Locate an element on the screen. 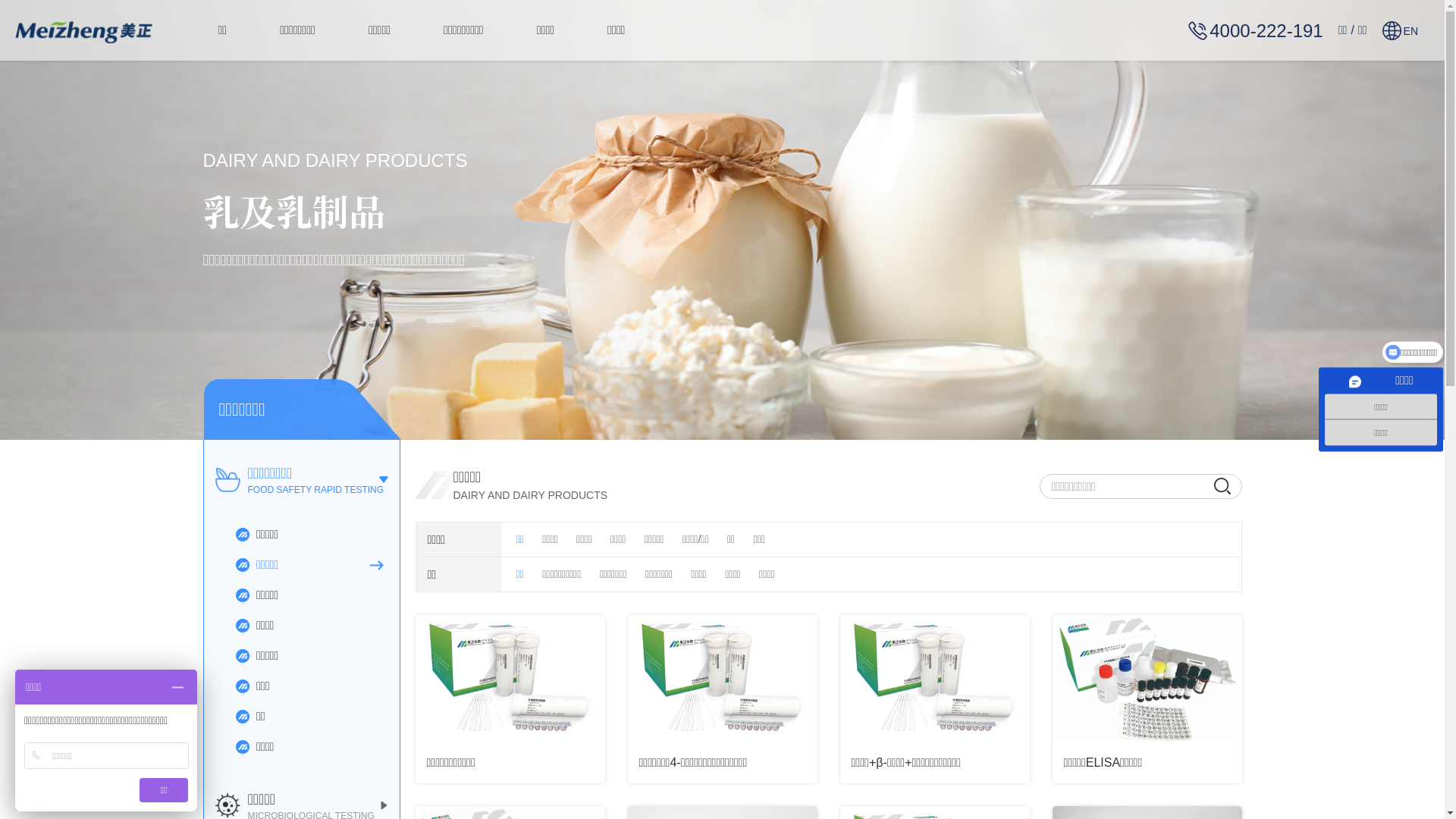 The height and width of the screenshot is (819, 1456). 'EN' is located at coordinates (1399, 30).